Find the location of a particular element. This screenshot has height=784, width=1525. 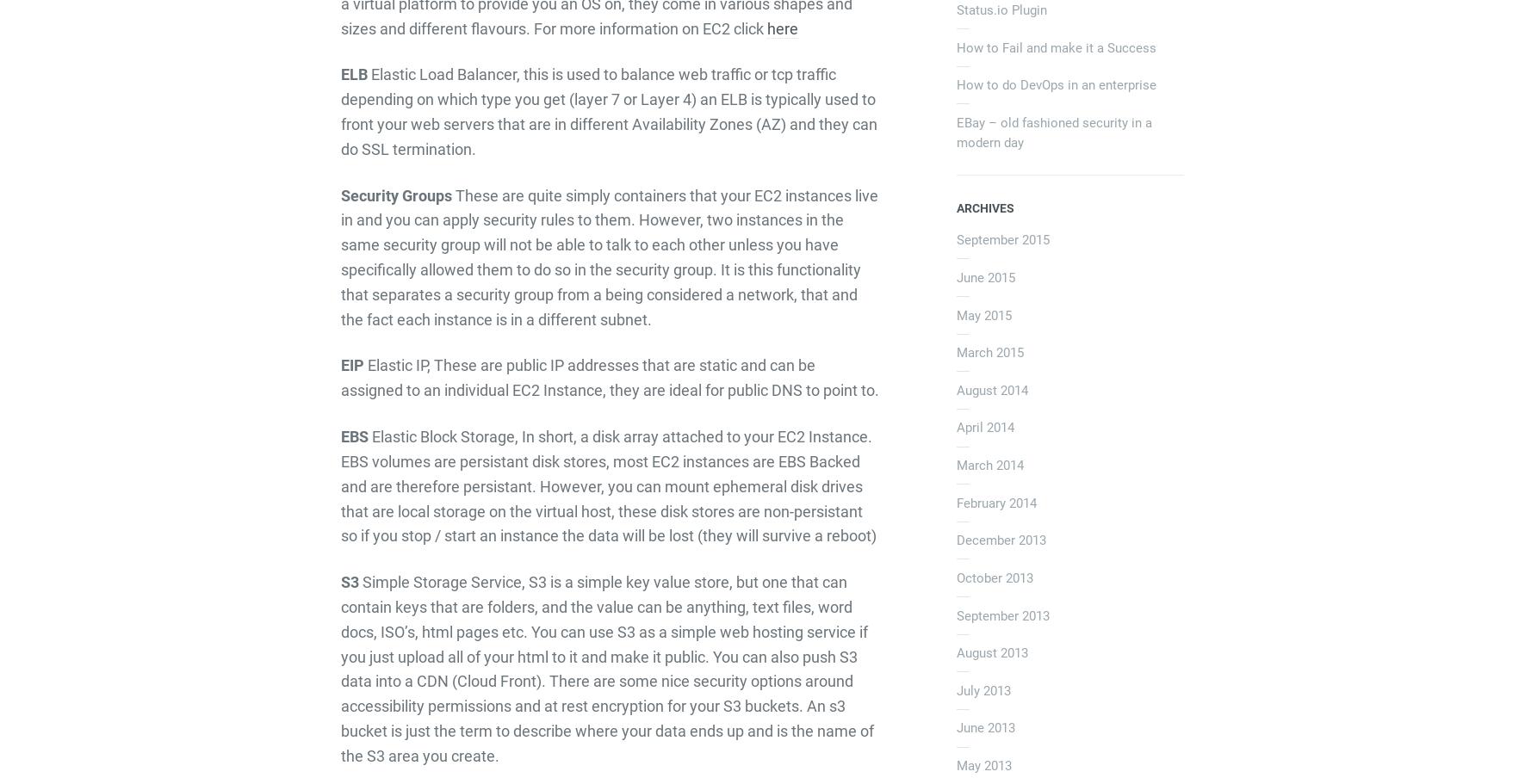

'These are quite simply containers that your EC2 instances live in and you can apply security rules to them. However, two instances in the same security group will not be able to talk to each other unless you have specifically allowed them to do so in the security group. It is this functionality that separates a security group from a being considered a network, that and the fact each instance is in a different subnet.' is located at coordinates (339, 256).